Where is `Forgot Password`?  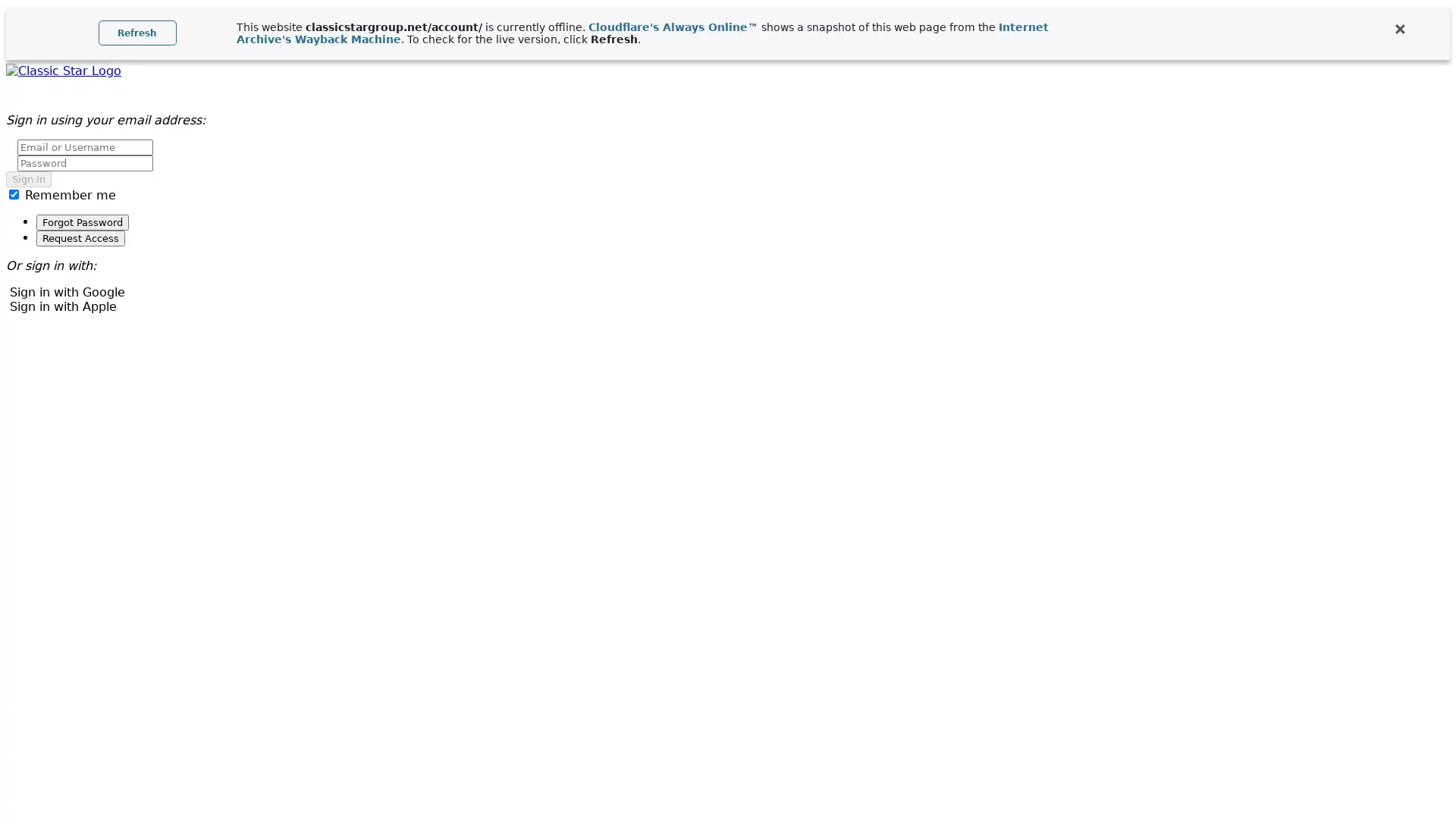
Forgot Password is located at coordinates (82, 222).